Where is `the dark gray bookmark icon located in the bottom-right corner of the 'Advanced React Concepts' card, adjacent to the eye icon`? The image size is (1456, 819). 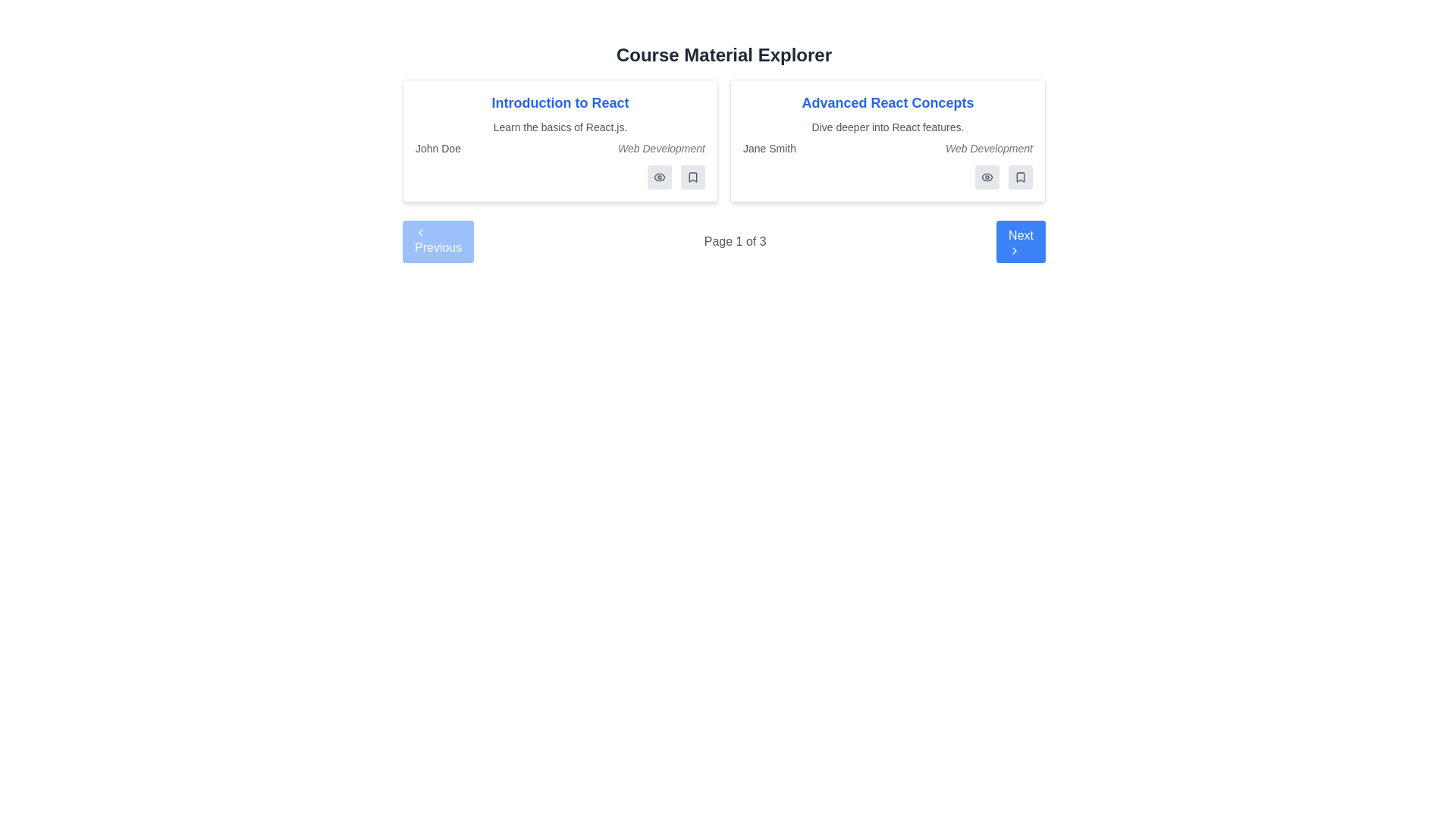
the dark gray bookmark icon located in the bottom-right corner of the 'Advanced React Concepts' card, adjacent to the eye icon is located at coordinates (1020, 177).